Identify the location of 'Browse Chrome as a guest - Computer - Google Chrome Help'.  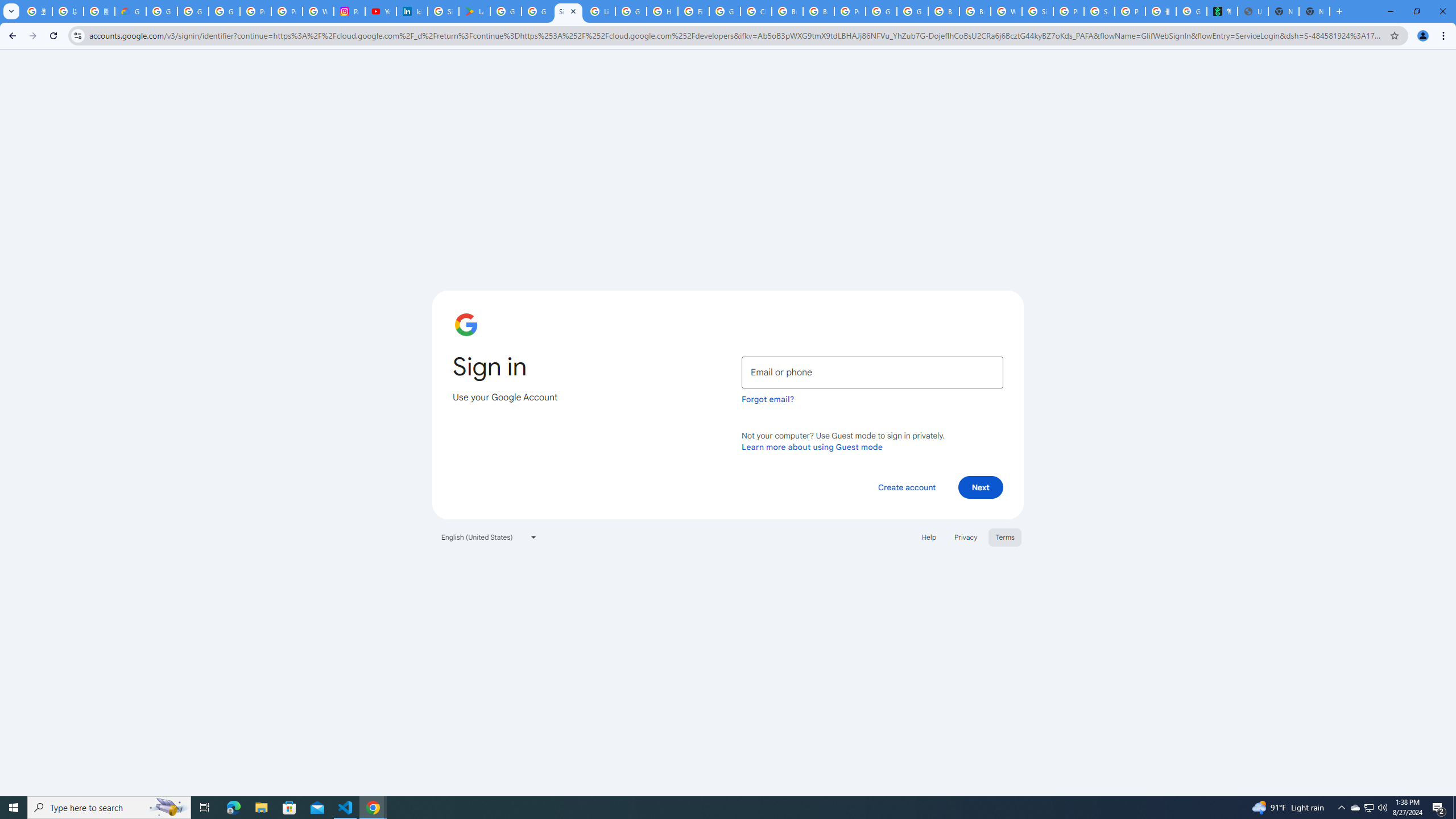
(818, 11).